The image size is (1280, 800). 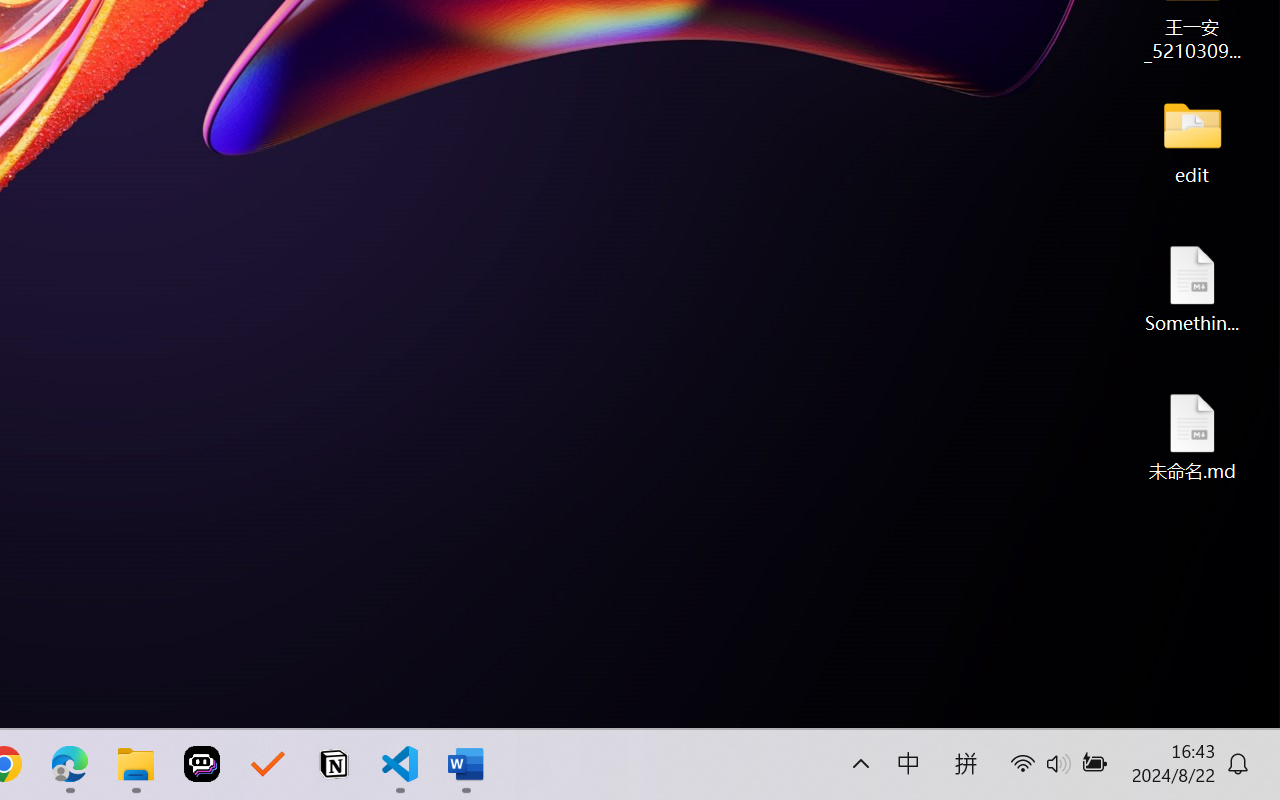 I want to click on 'Something.md', so click(x=1192, y=288).